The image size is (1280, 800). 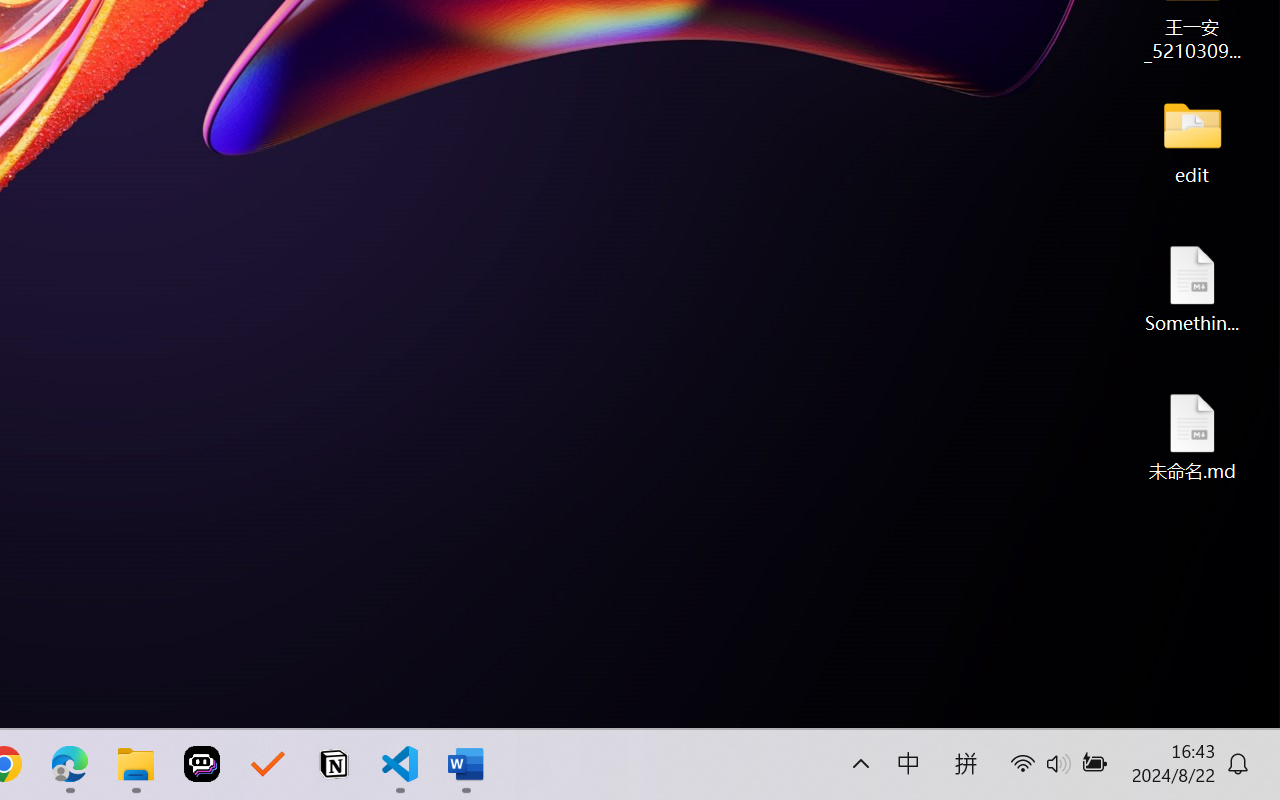 I want to click on 'Something.md', so click(x=1192, y=288).